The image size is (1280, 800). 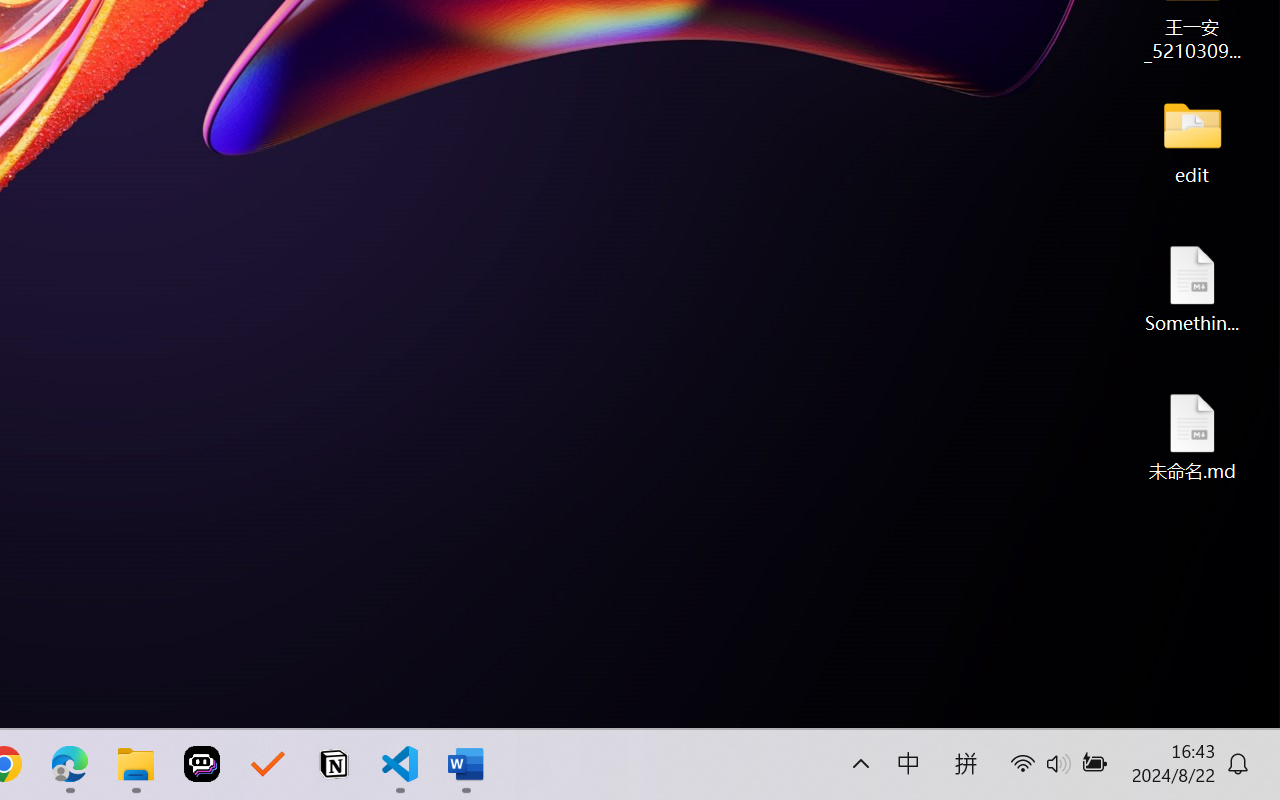 I want to click on 'Something.md', so click(x=1192, y=288).